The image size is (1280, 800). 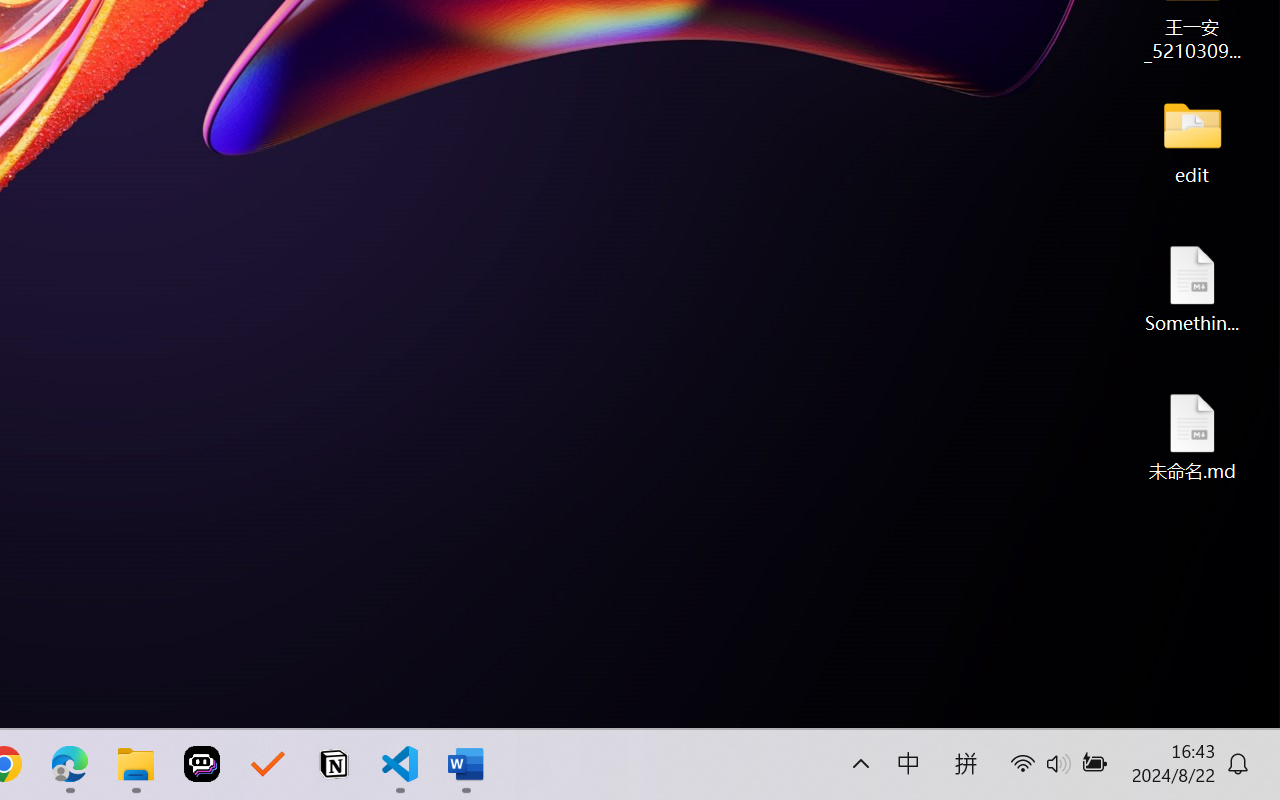 I want to click on 'Something.md', so click(x=1192, y=288).